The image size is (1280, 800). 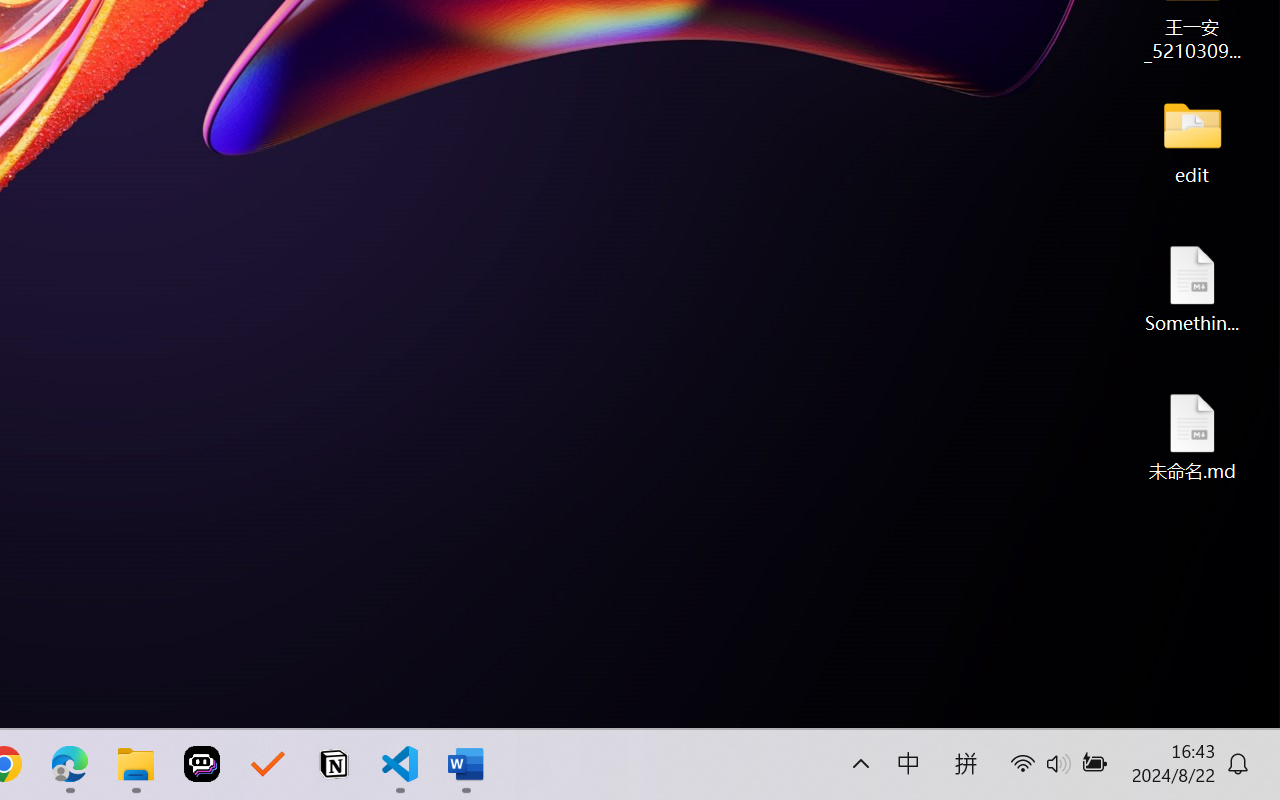 I want to click on 'Something.md', so click(x=1192, y=288).